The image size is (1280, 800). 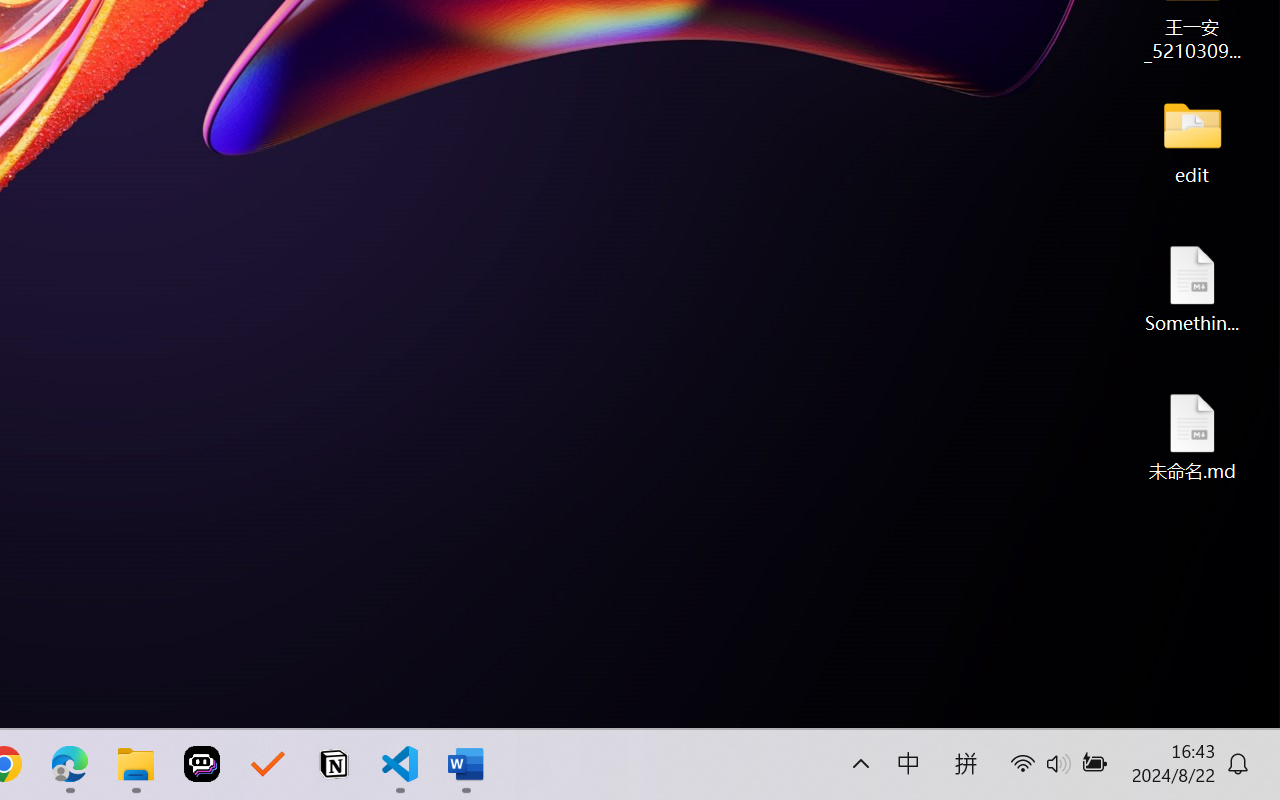 I want to click on 'Something.md', so click(x=1192, y=288).